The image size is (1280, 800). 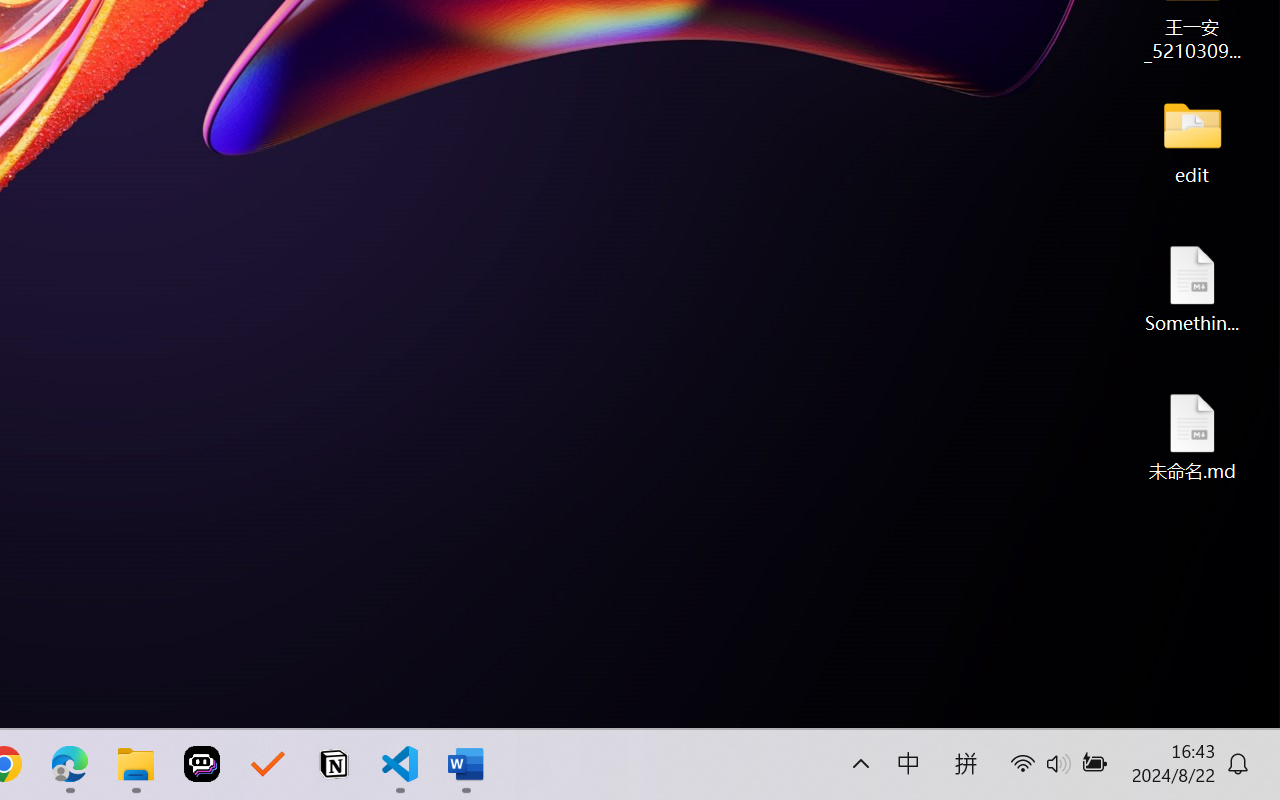 I want to click on 'Something.md', so click(x=1192, y=288).